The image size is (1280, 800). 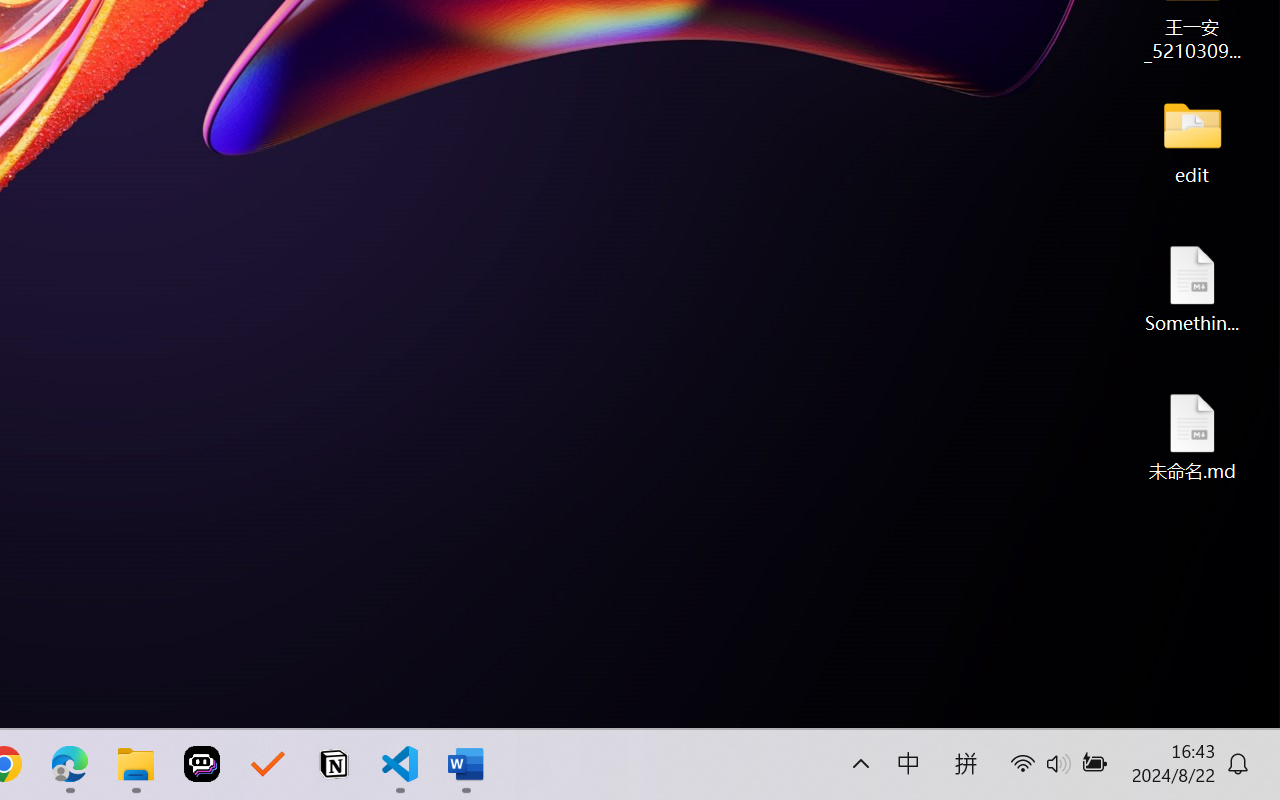 I want to click on 'Something.md', so click(x=1192, y=288).